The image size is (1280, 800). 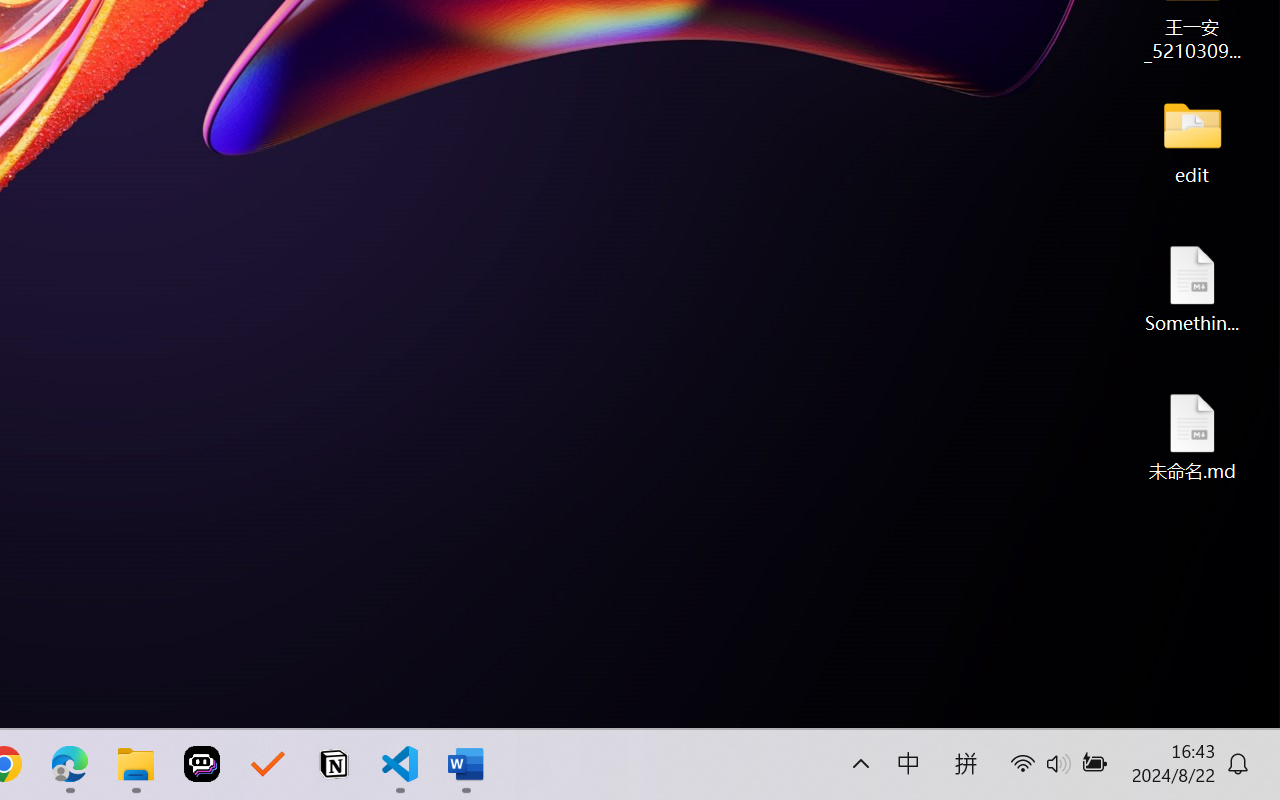 I want to click on 'Something.md', so click(x=1192, y=288).